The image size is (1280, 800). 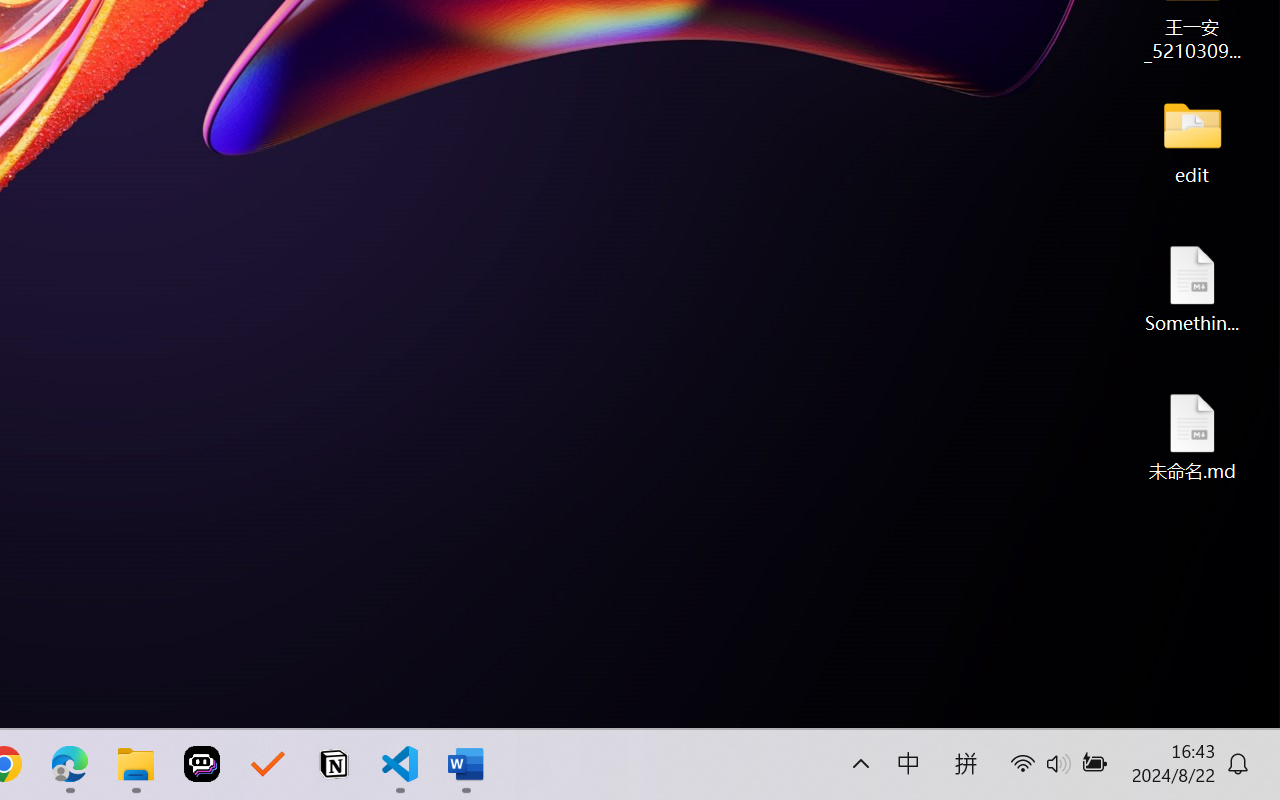 I want to click on 'Something.md', so click(x=1192, y=288).